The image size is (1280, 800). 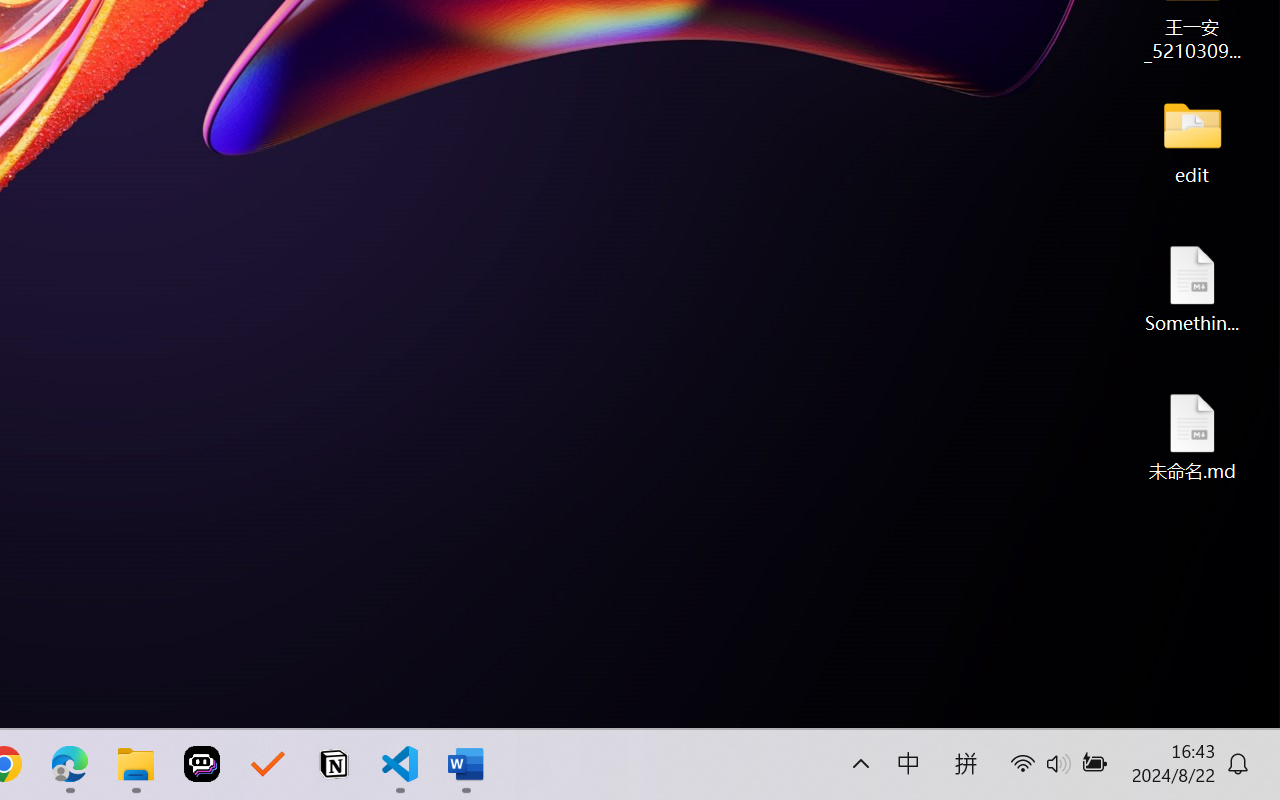 I want to click on 'Something.md', so click(x=1192, y=288).